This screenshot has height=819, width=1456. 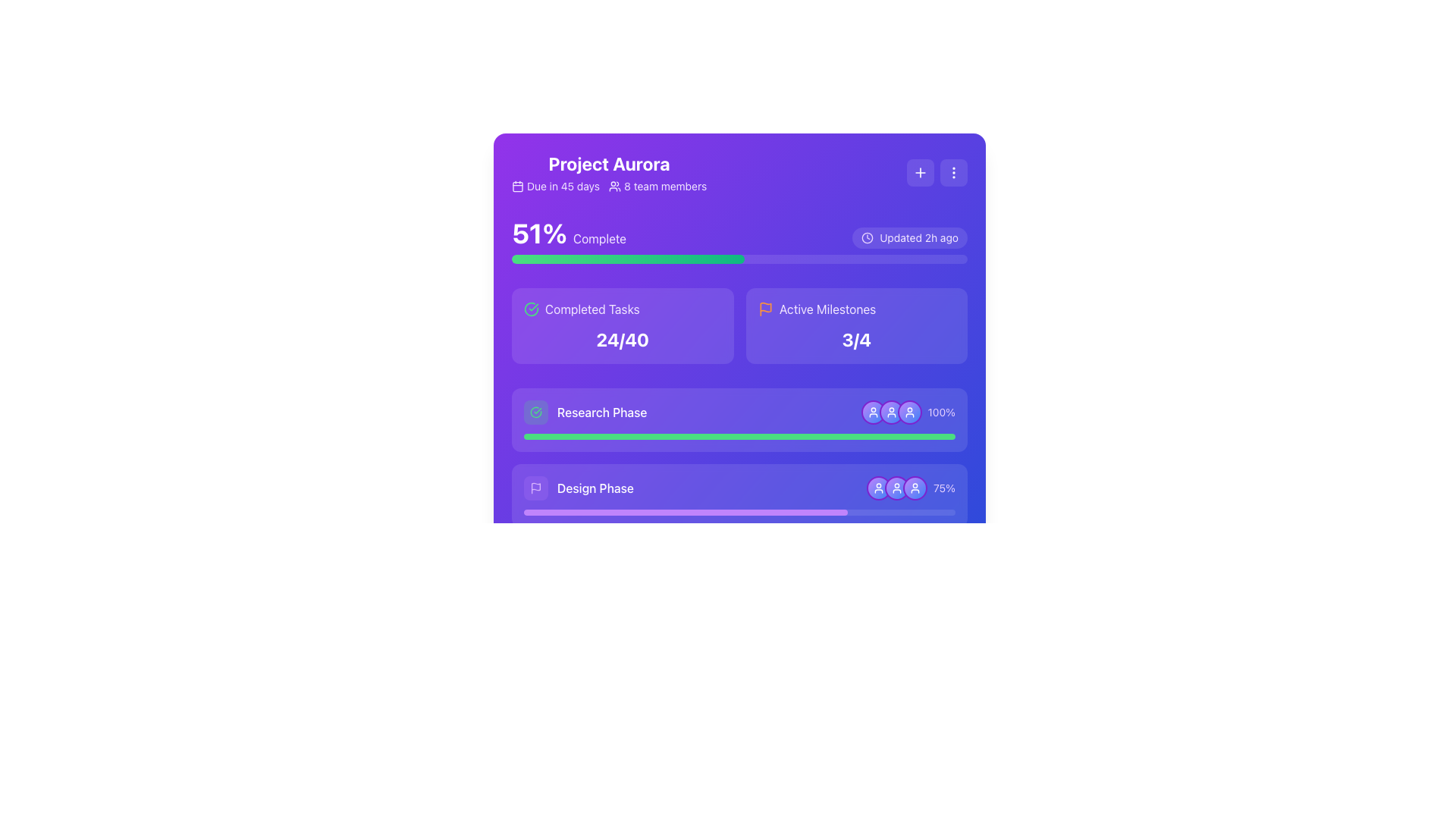 What do you see at coordinates (765, 307) in the screenshot?
I see `the decorative graphical element resembling the waving portion of a flag, which is centrally located within the flag icon in the 'Active Milestones' section` at bounding box center [765, 307].